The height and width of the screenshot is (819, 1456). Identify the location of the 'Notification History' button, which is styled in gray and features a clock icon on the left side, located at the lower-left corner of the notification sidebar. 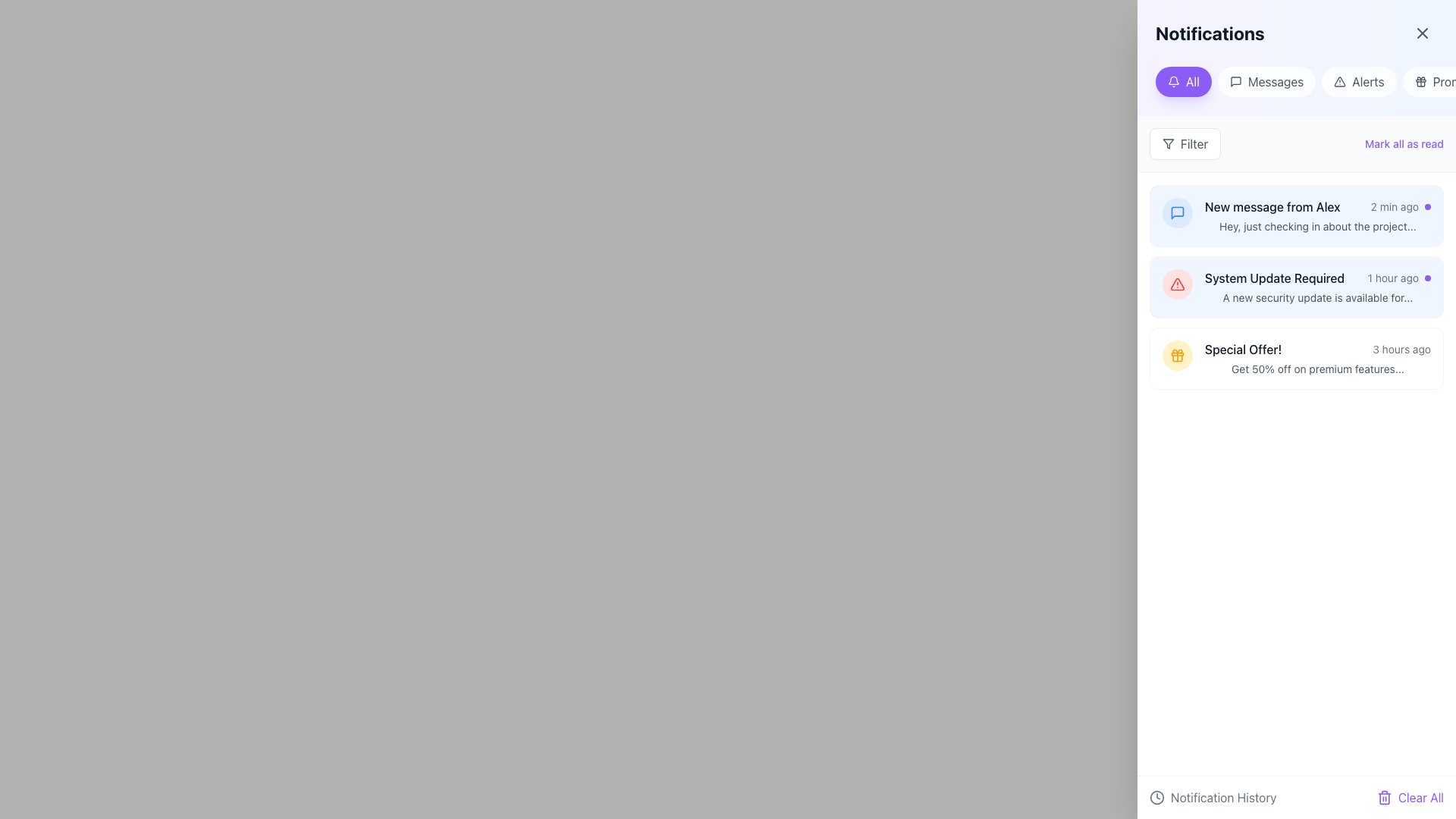
(1212, 797).